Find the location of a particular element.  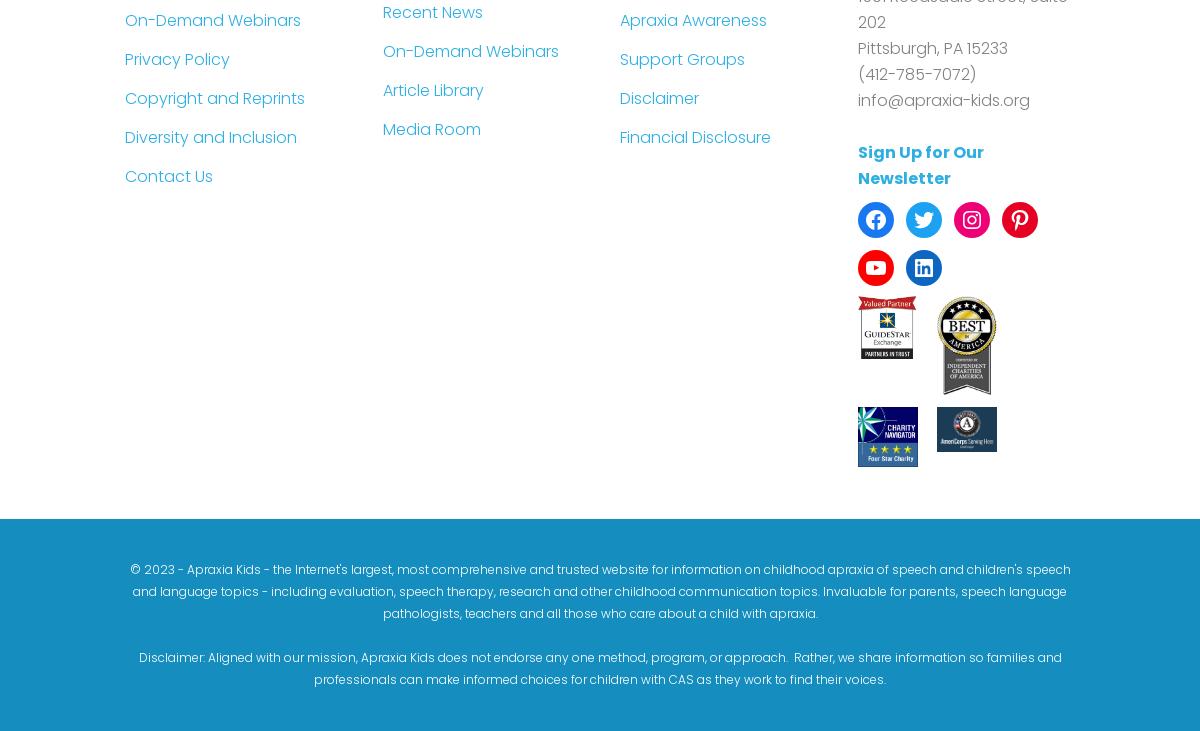

'Pittsburgh, PA 15233' is located at coordinates (932, 46).